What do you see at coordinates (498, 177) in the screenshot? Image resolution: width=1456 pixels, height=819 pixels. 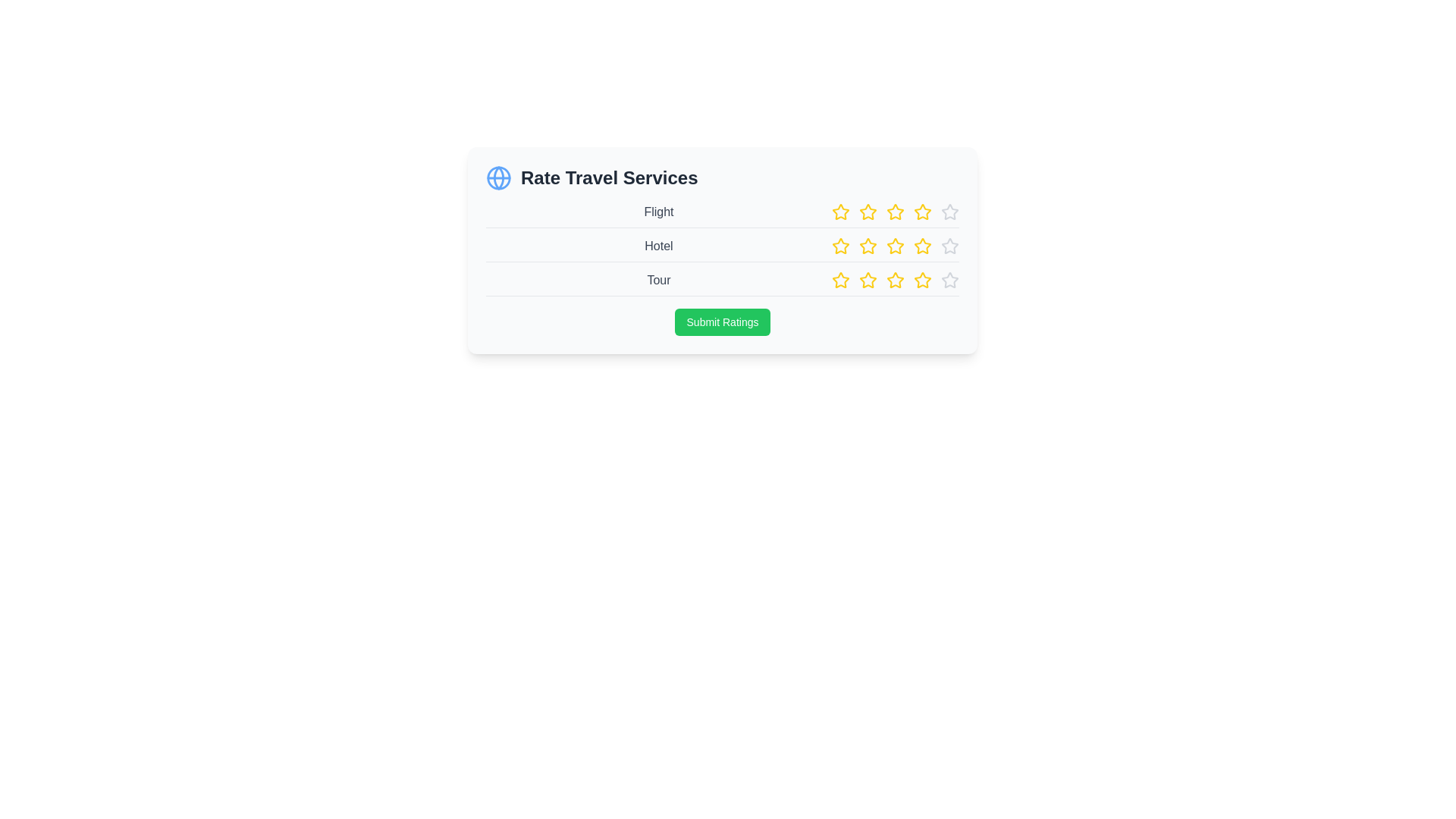 I see `the decorative icon located at the top-left of the 'Rate Travel Services' card, which visually indicates the relevance of the section it precedes` at bounding box center [498, 177].